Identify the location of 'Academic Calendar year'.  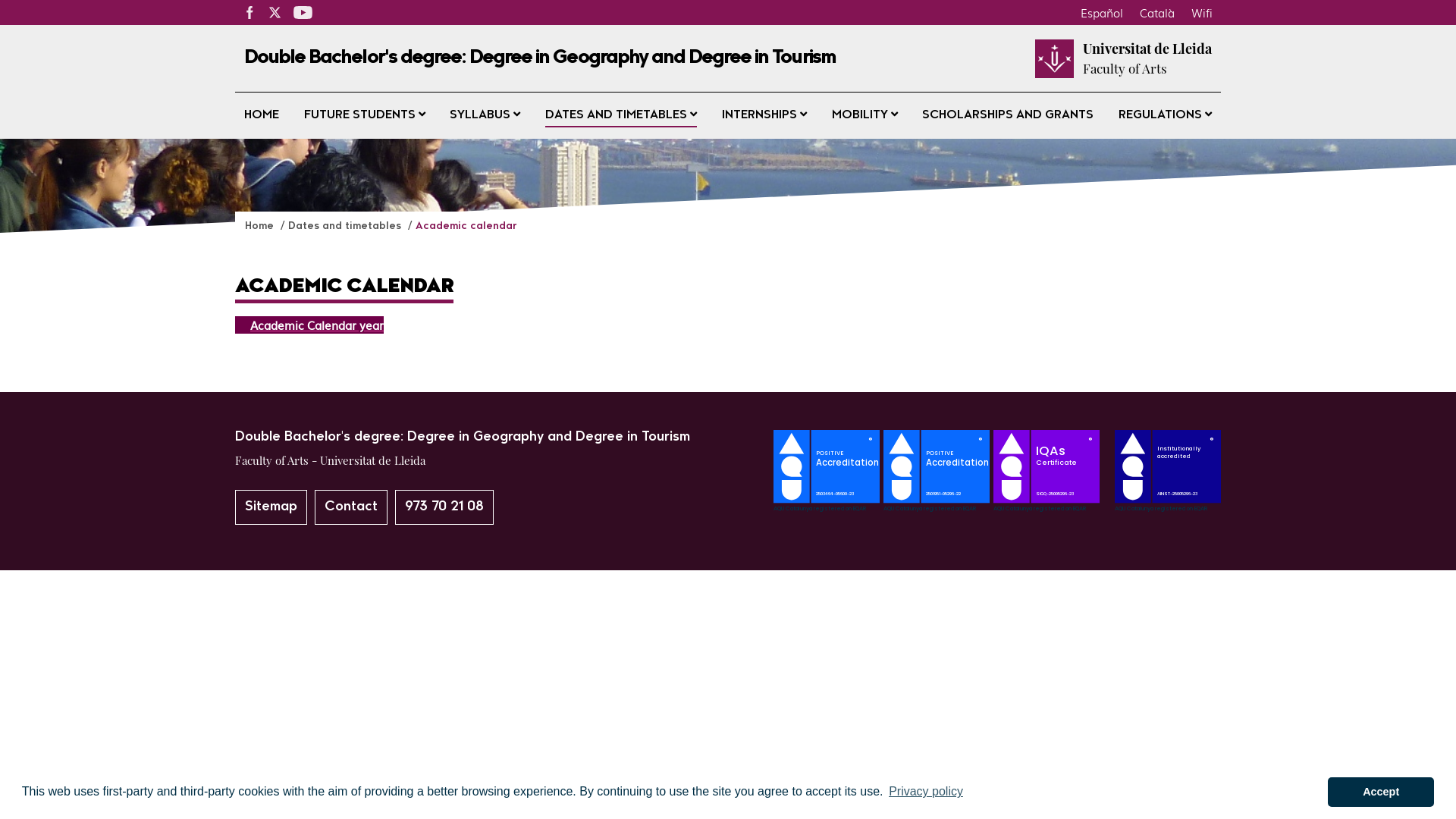
(309, 324).